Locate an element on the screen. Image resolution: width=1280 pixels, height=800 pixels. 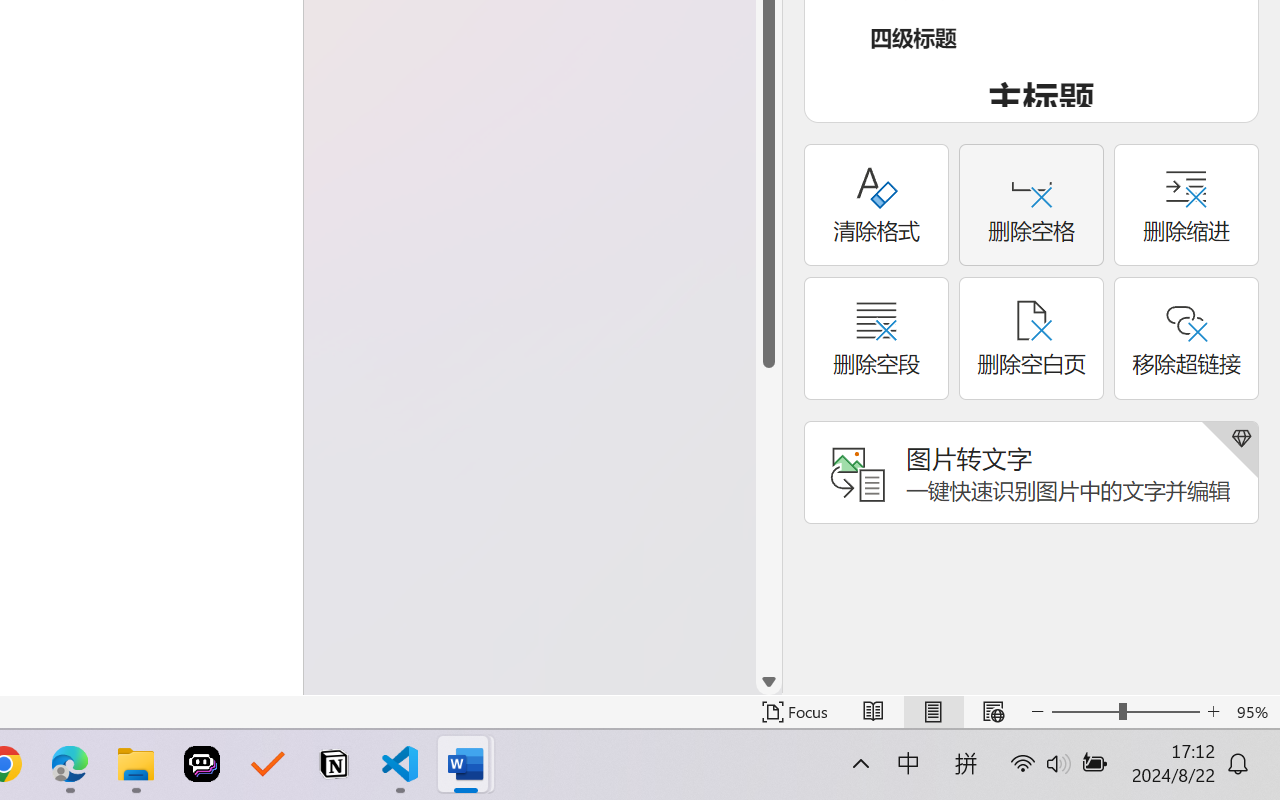
'Line down' is located at coordinates (768, 682).